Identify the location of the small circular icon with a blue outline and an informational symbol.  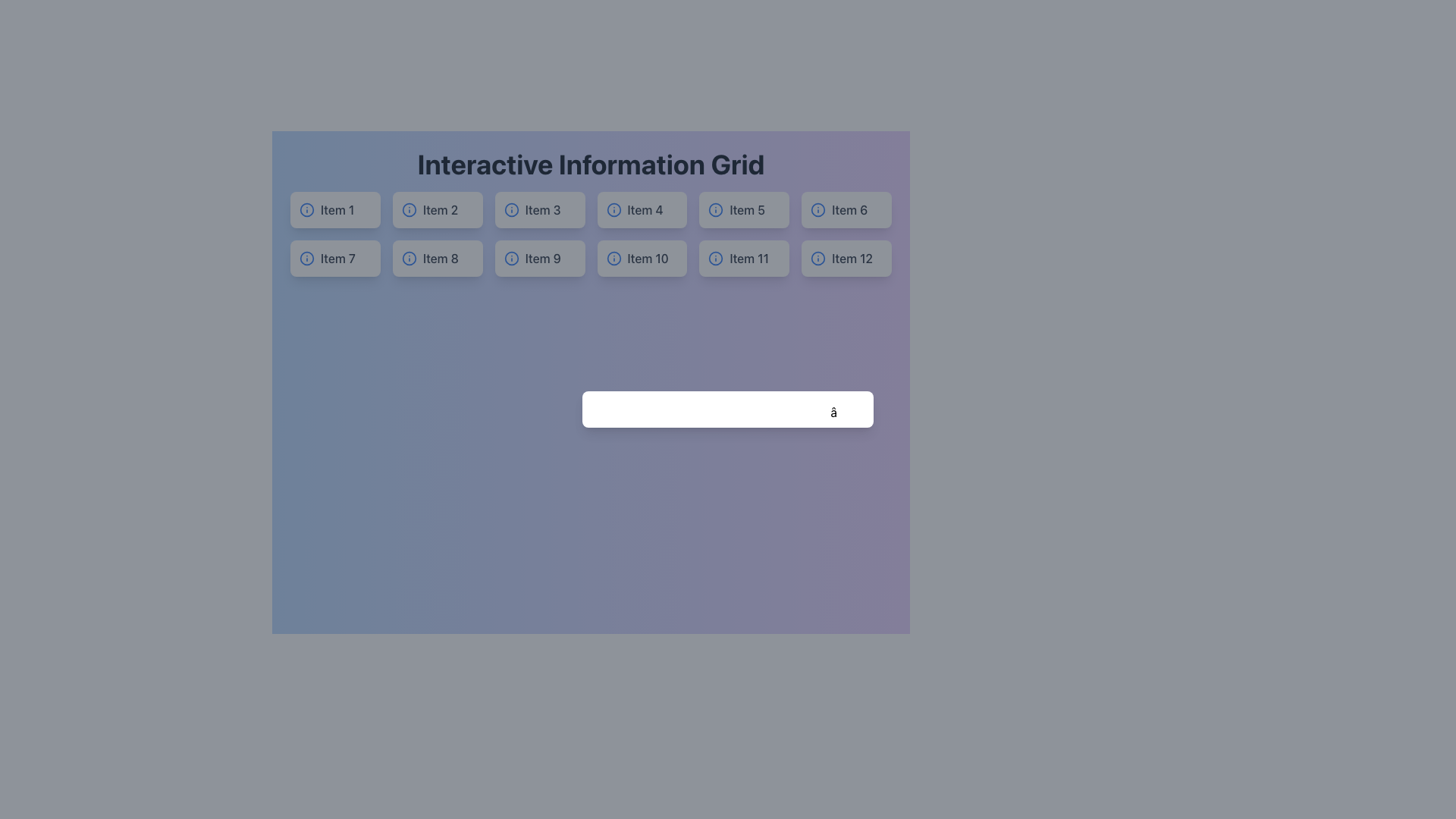
(306, 210).